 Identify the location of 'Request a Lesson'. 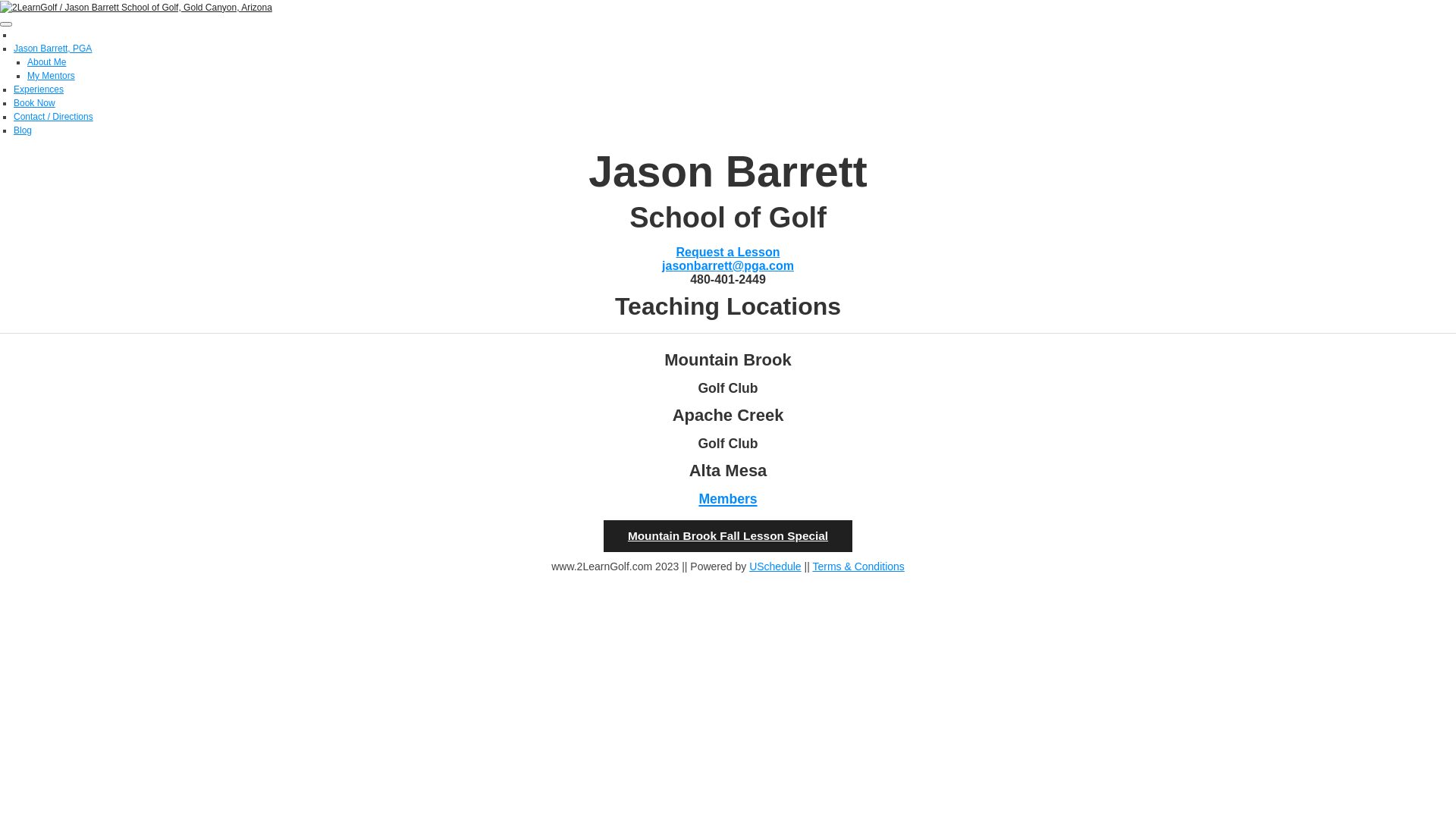
(728, 251).